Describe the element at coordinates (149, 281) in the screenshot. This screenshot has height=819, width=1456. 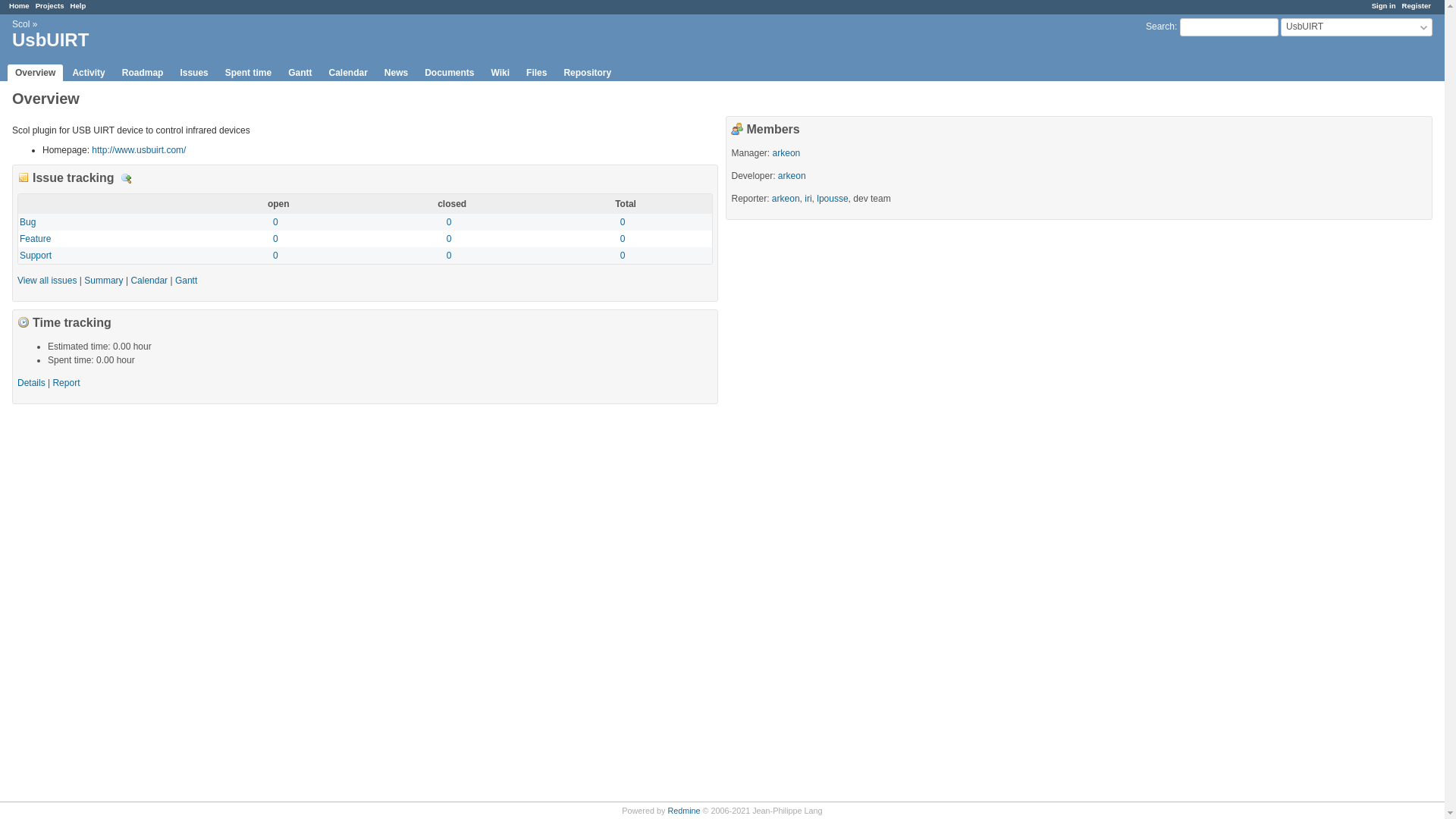
I see `'Calendar'` at that location.